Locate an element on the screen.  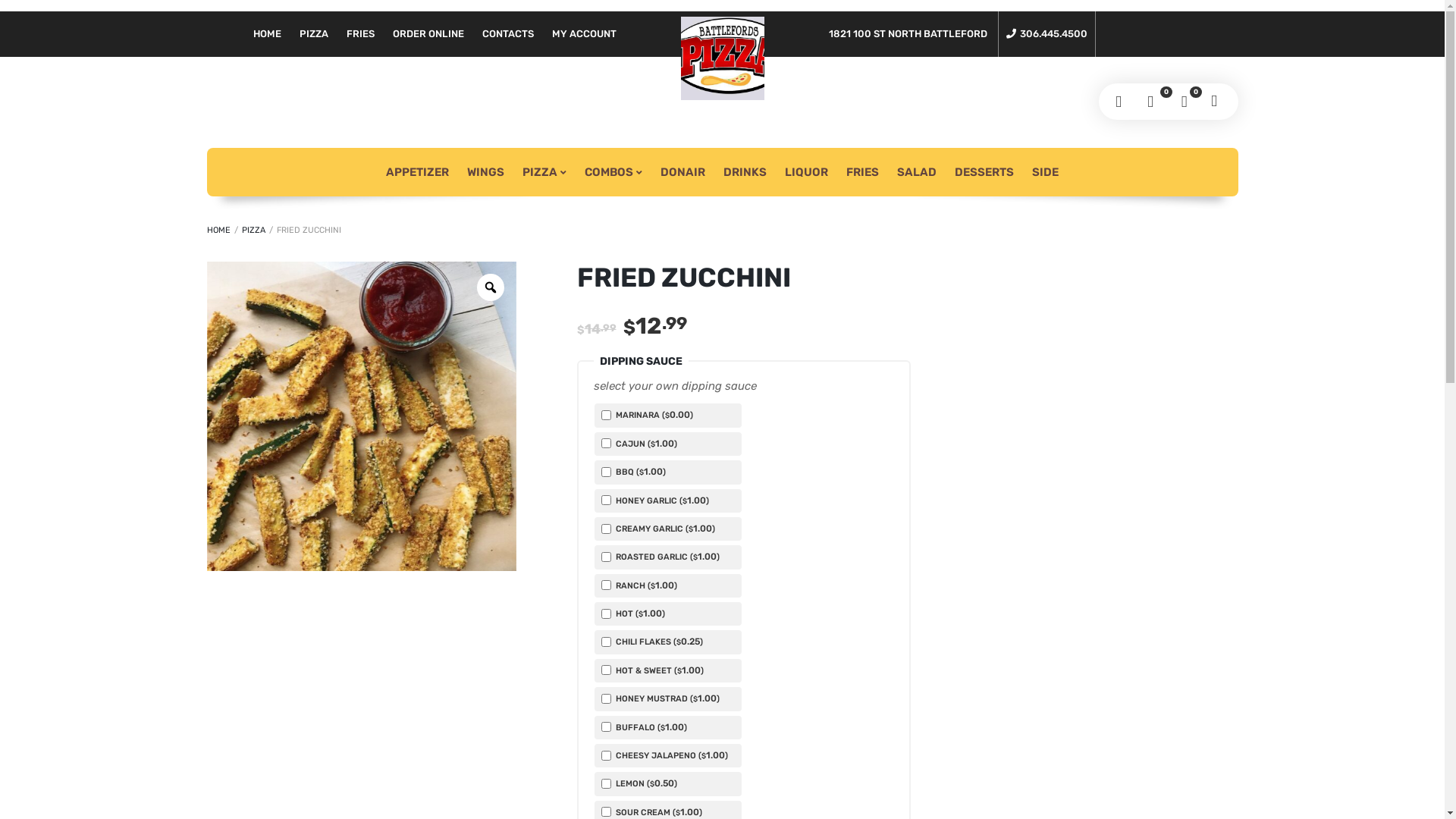
'SIDE' is located at coordinates (1024, 171).